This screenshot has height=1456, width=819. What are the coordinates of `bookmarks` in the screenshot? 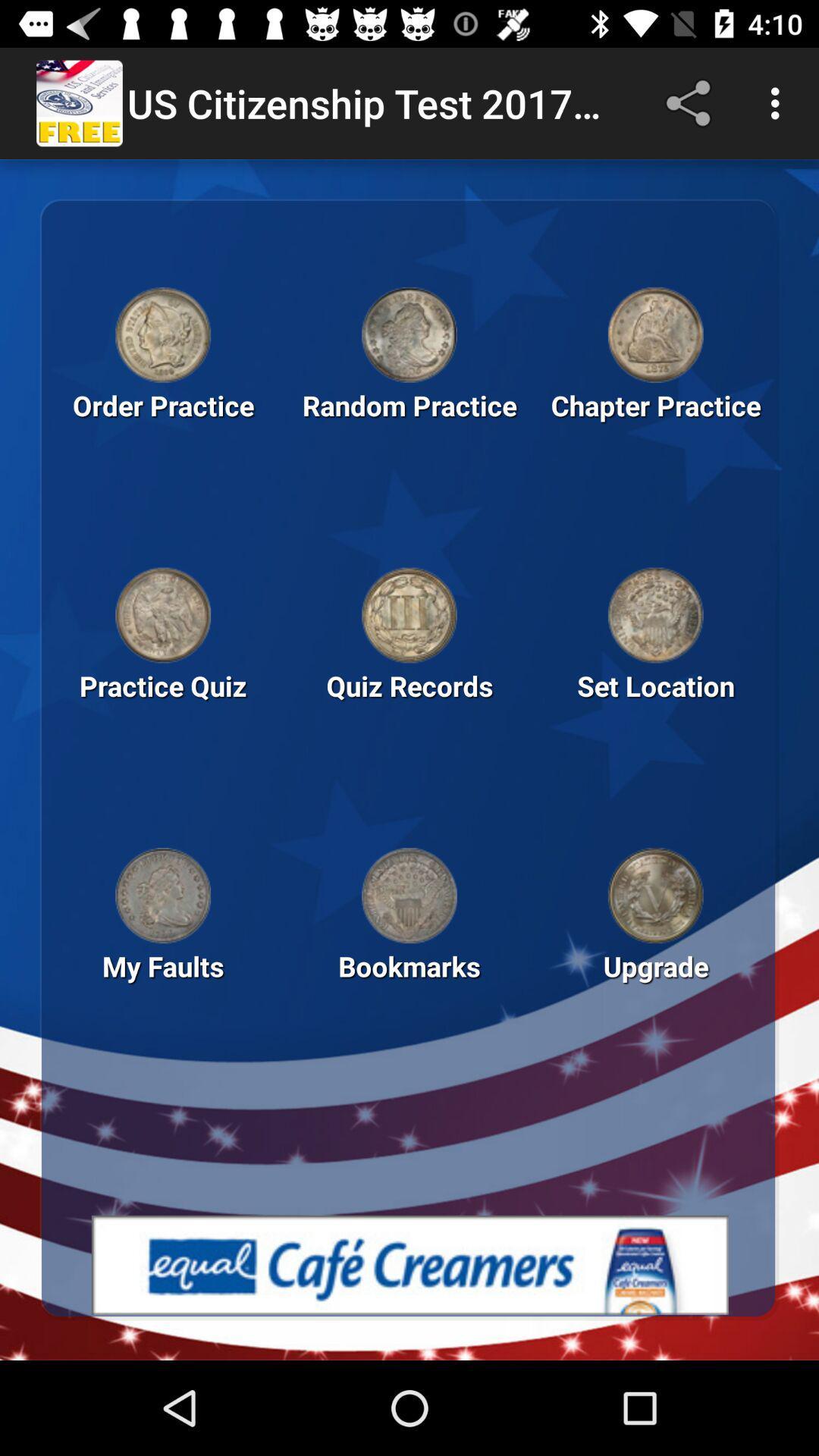 It's located at (409, 896).